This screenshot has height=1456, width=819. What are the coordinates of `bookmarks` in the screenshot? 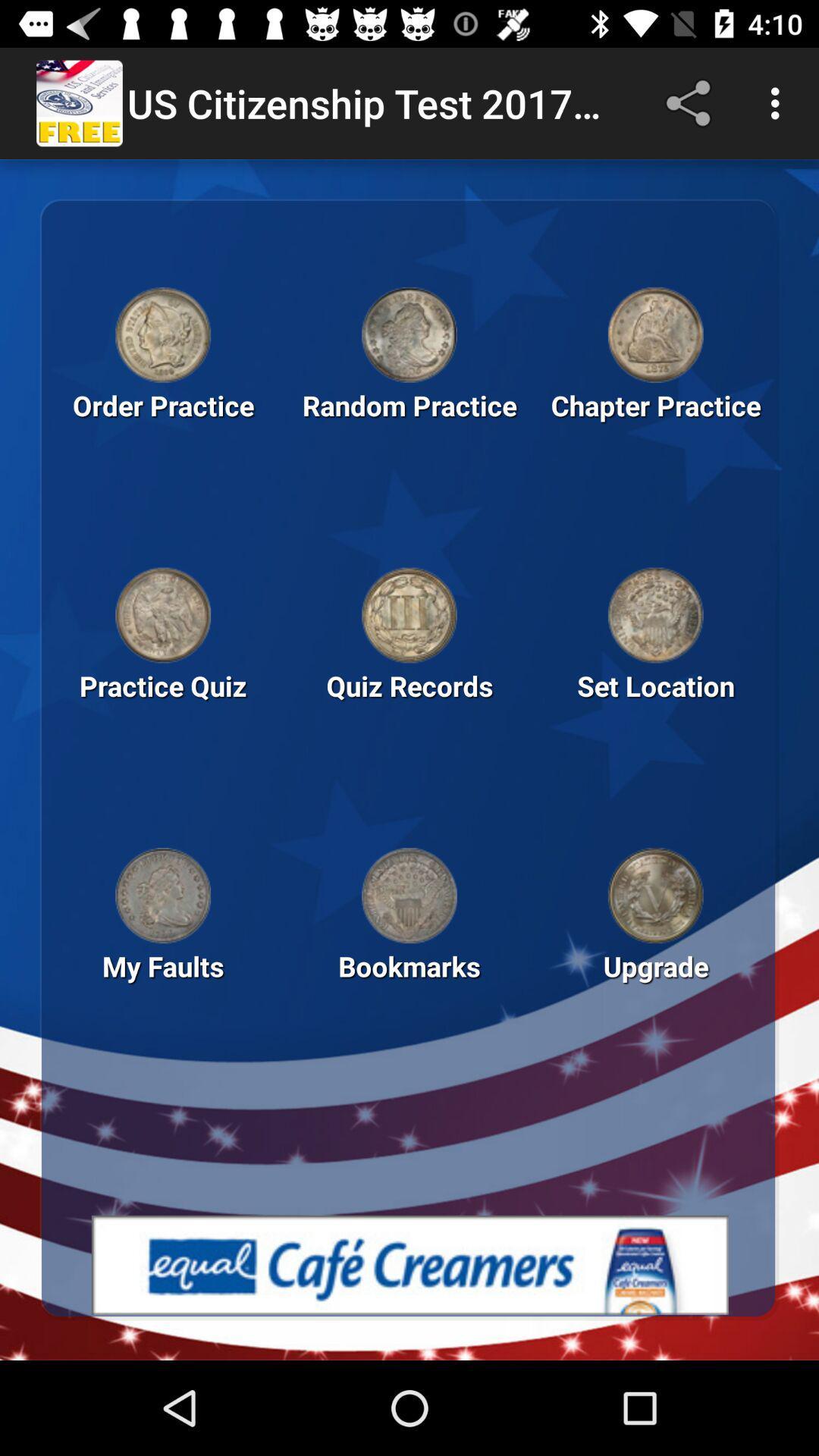 It's located at (409, 896).